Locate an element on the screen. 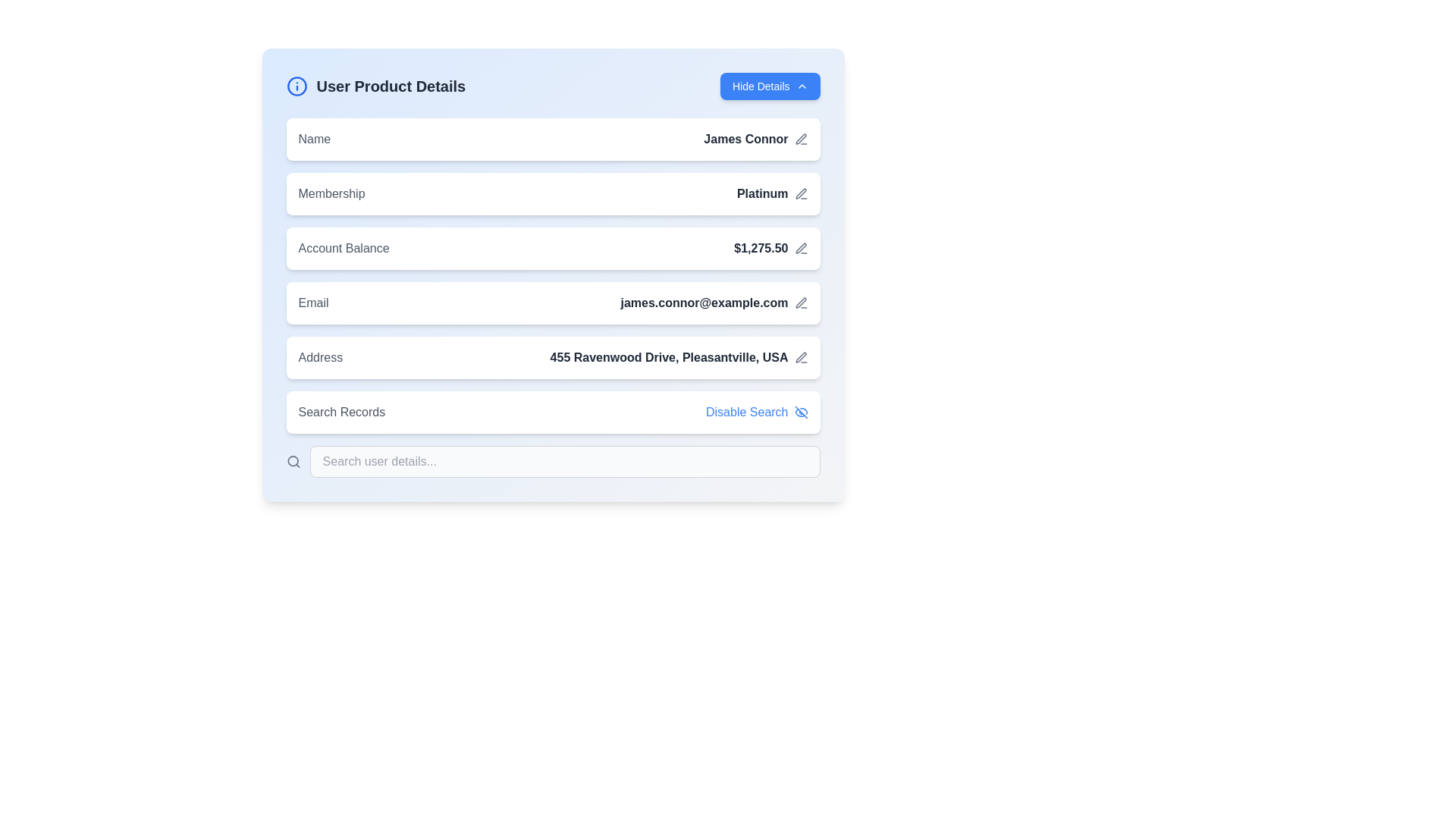  the button in the upper right corner of the 'User Product Details' section to receive visual feedback is located at coordinates (770, 86).